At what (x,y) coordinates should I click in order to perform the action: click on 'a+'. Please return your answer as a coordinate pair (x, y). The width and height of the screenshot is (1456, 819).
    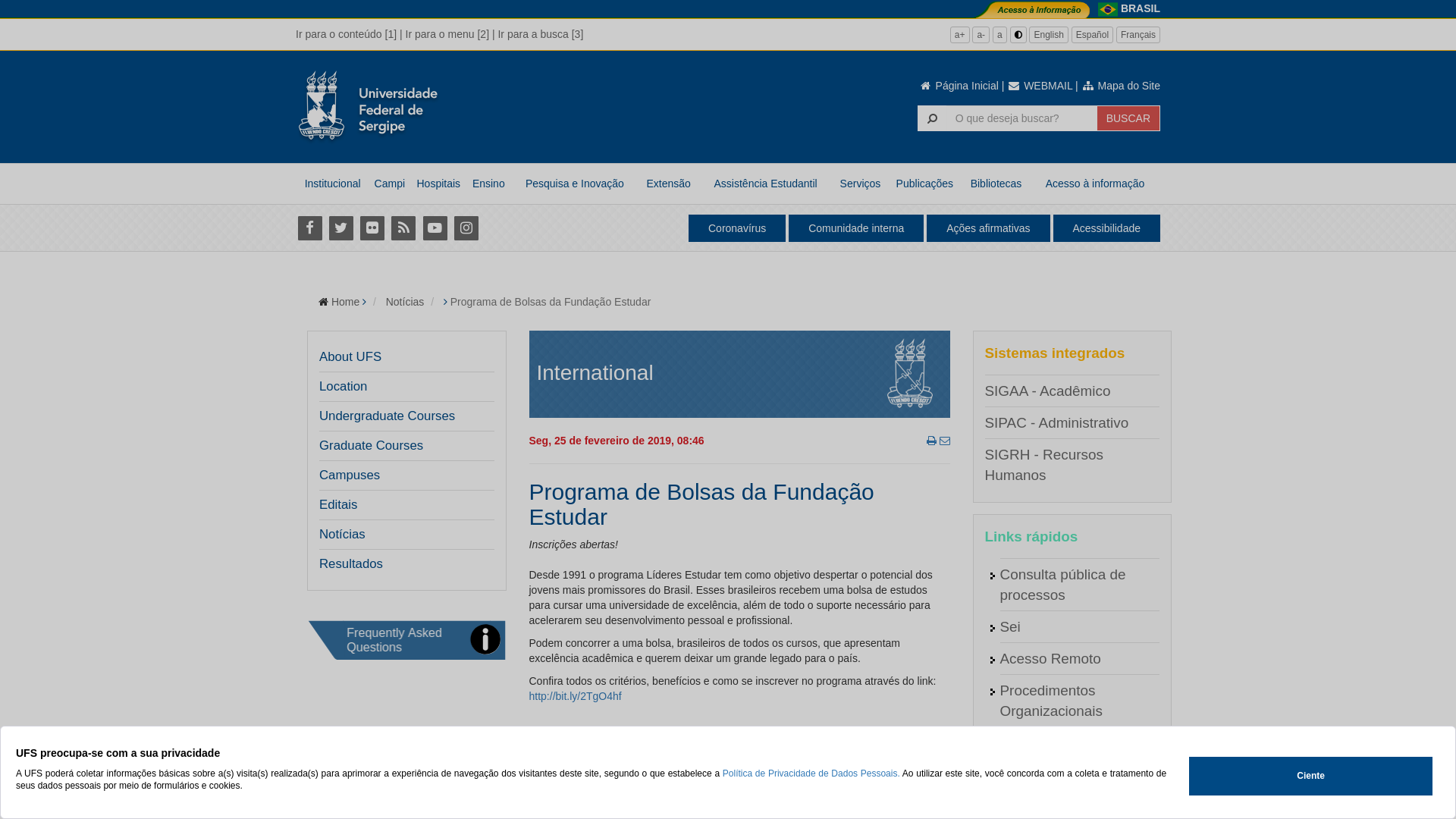
    Looking at the image, I should click on (949, 34).